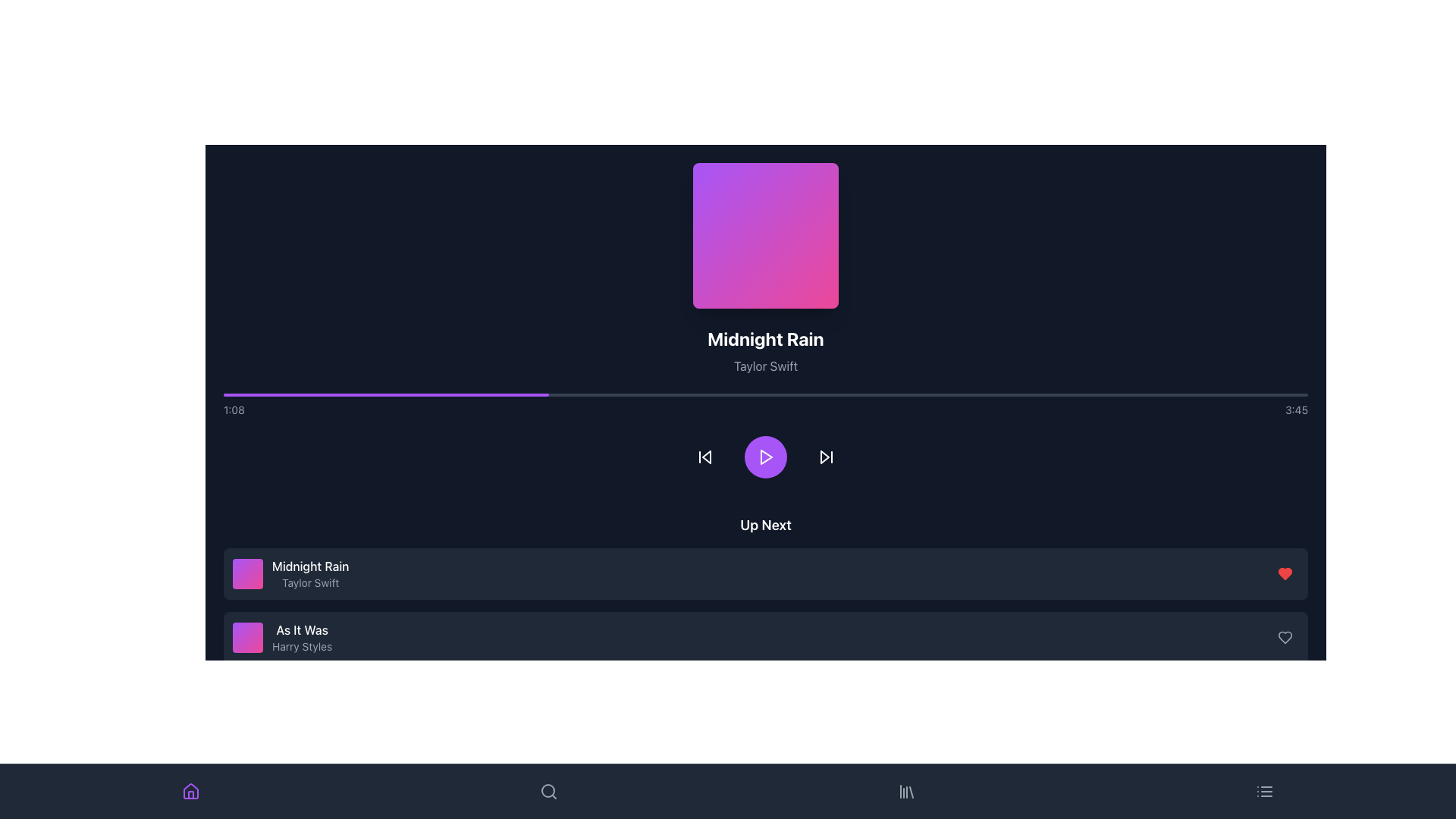 The width and height of the screenshot is (1456, 819). I want to click on the navigation icon representing a library or collection, which is styled with vertical bars of varying heights and located at the bottom-right corner of the interface, so click(906, 791).